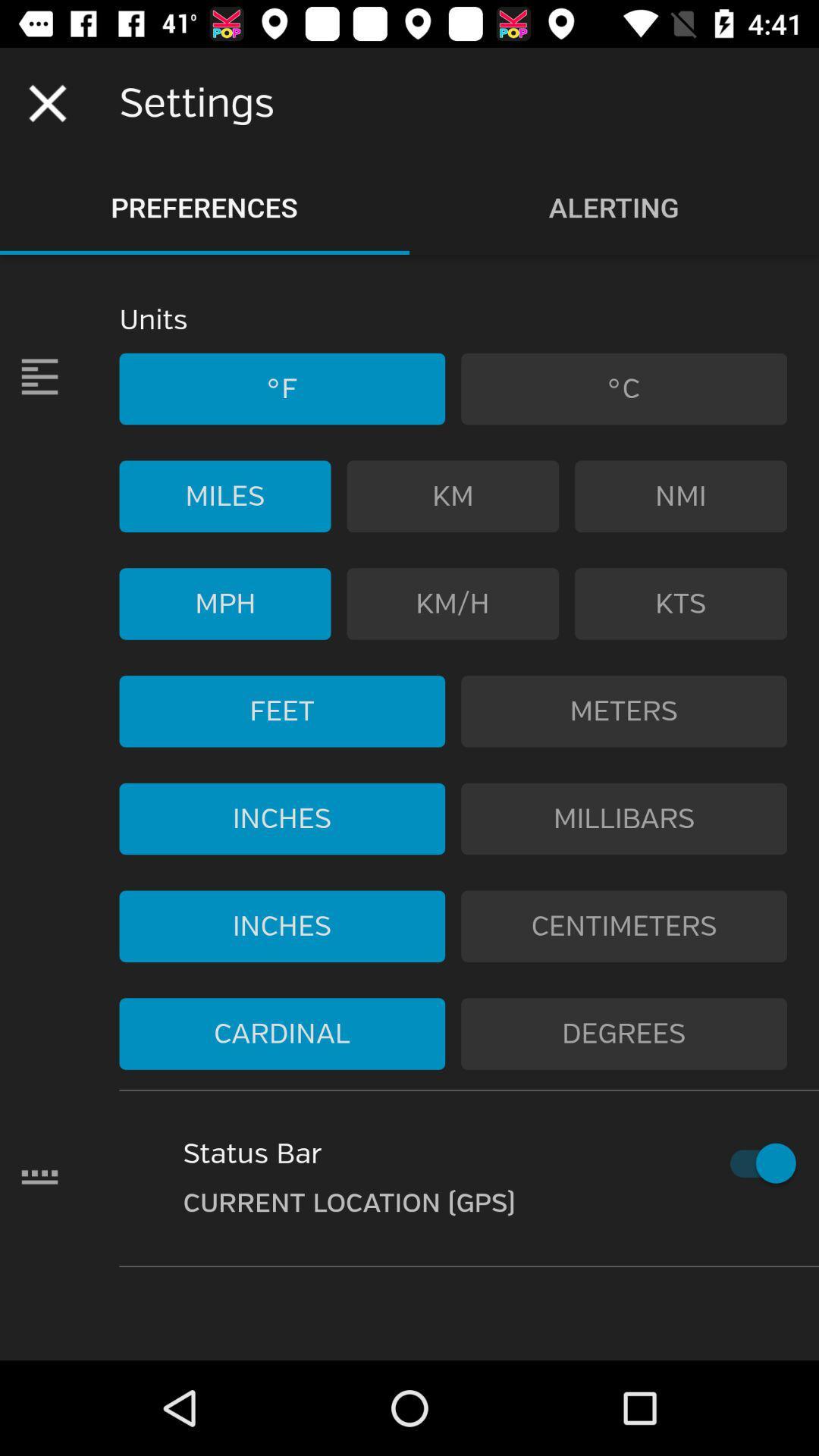 The image size is (819, 1456). What do you see at coordinates (680, 603) in the screenshot?
I see `the item to the right of km/h` at bounding box center [680, 603].